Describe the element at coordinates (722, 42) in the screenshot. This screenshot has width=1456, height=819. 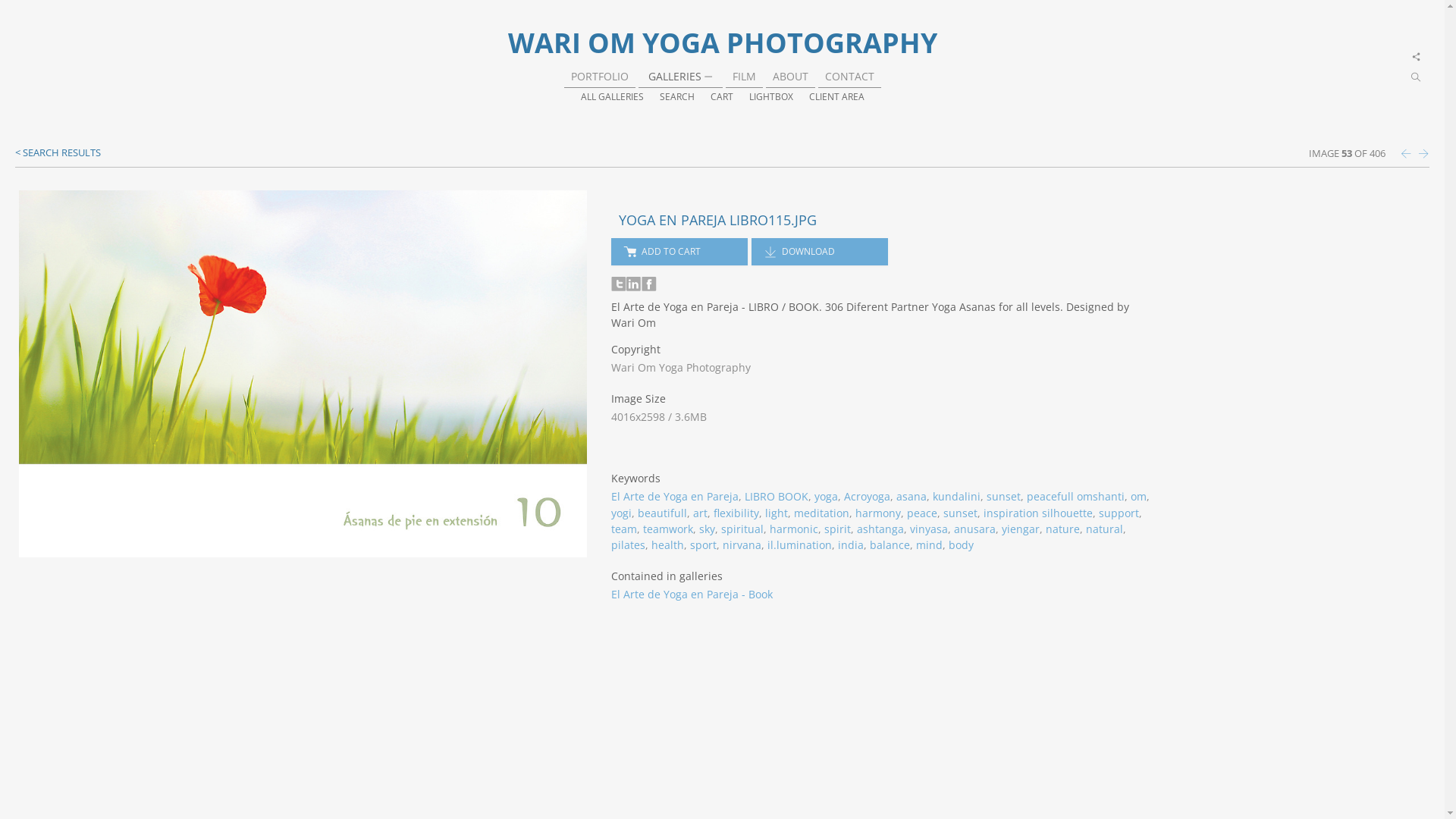
I see `'WARI OM YOGA PHOTOGRAPHY'` at that location.